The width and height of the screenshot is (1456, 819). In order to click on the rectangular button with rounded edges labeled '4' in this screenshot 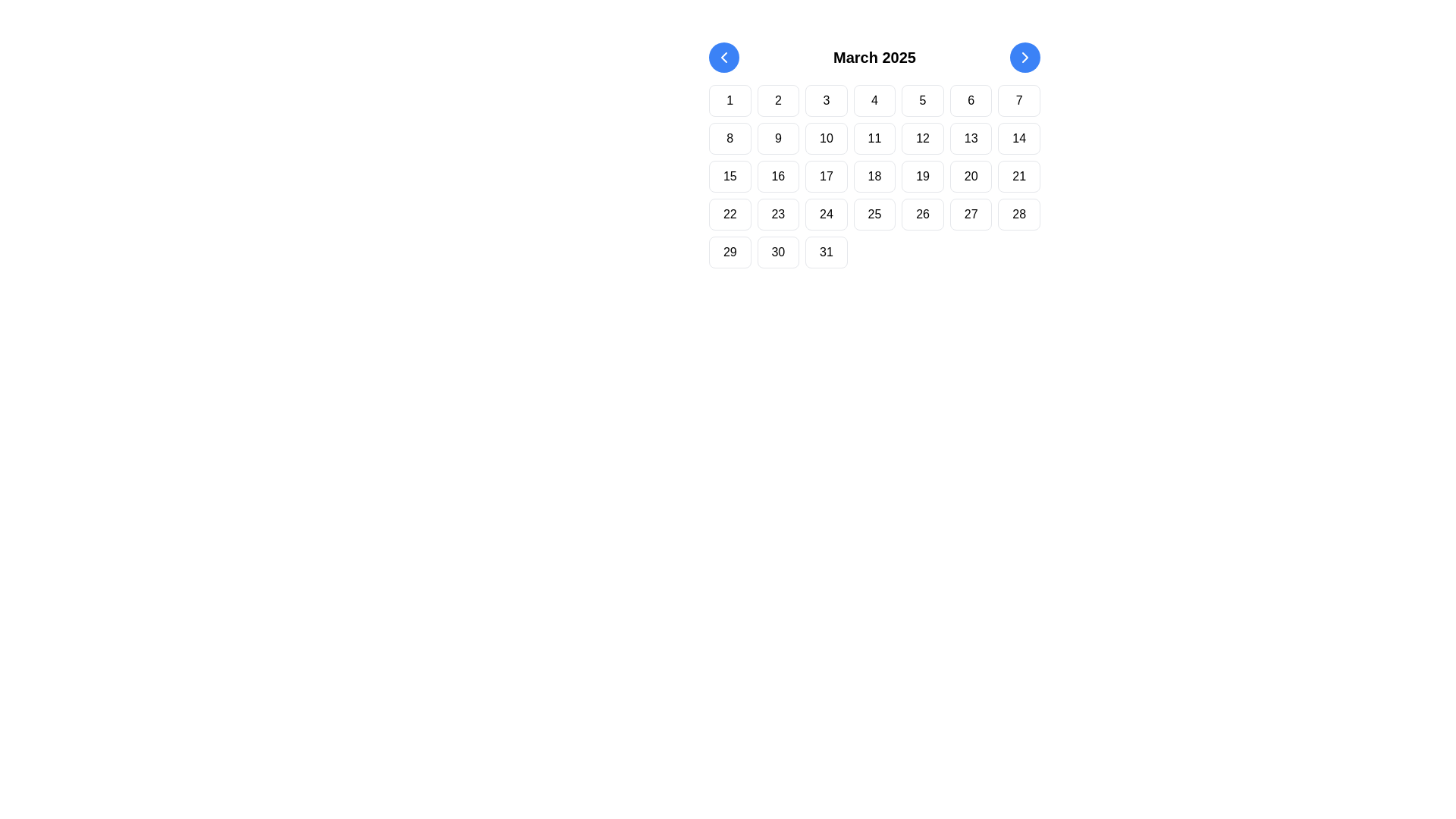, I will do `click(874, 100)`.